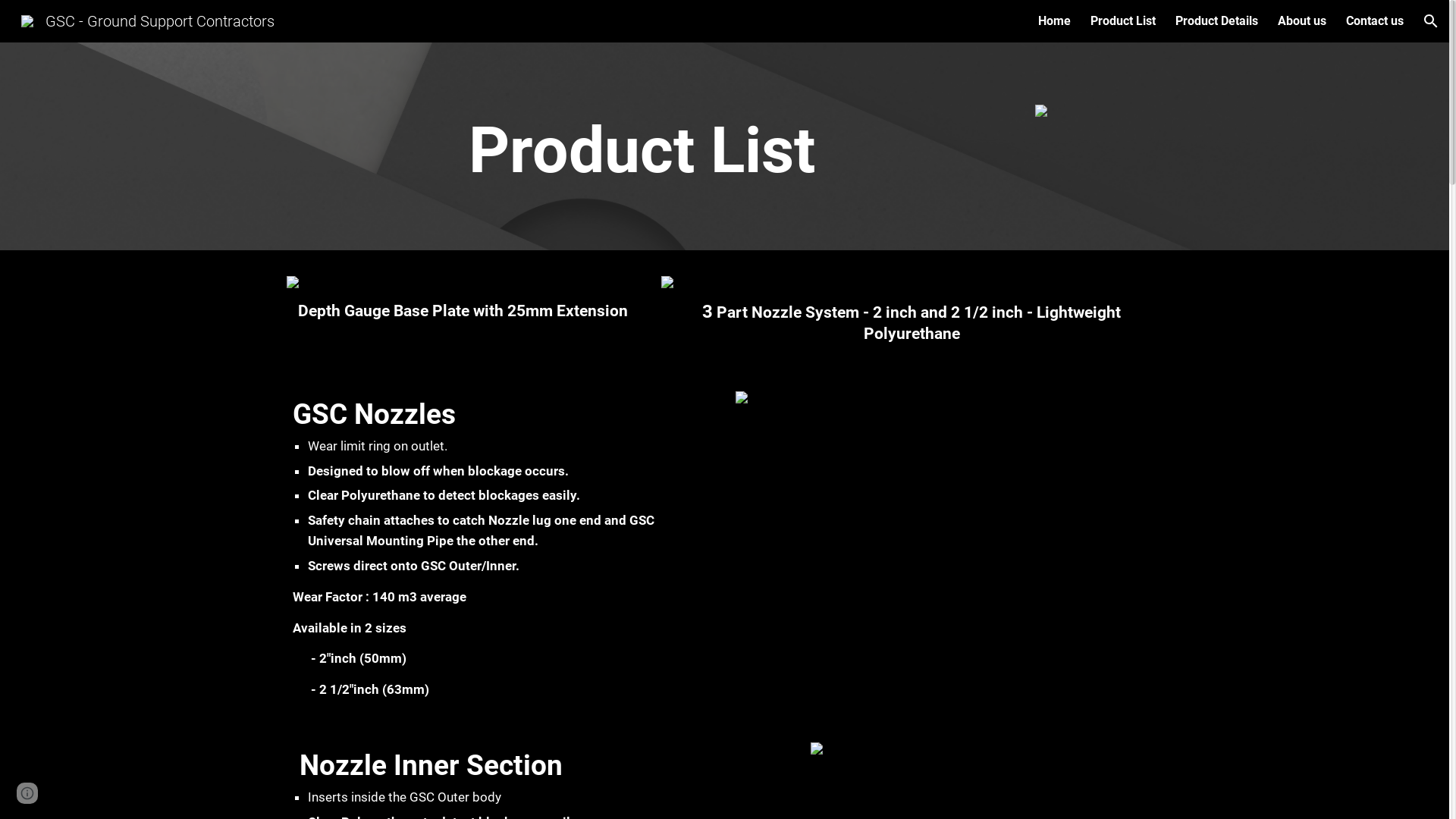  I want to click on 'About us', so click(1301, 20).